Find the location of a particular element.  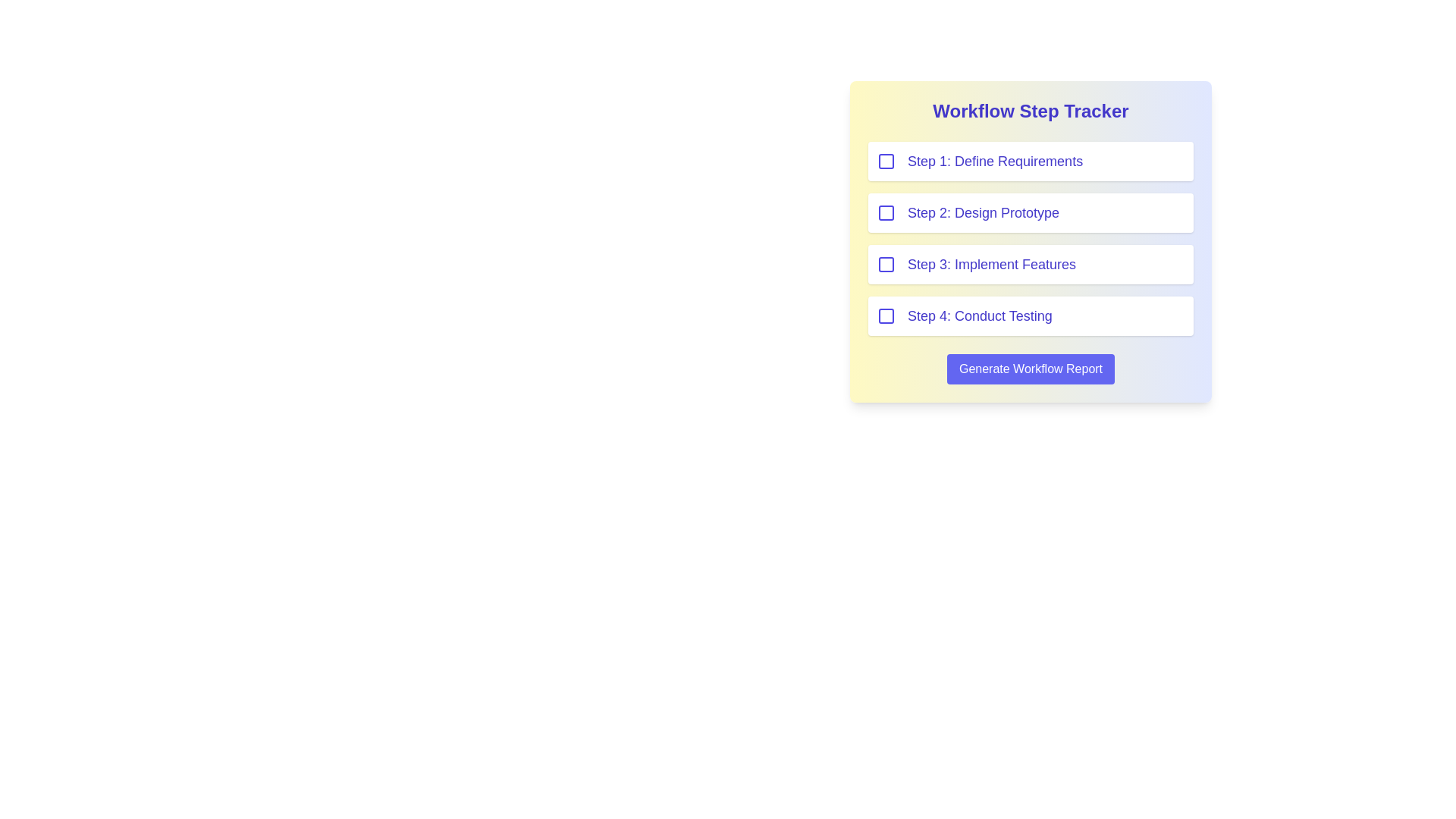

the checkbox of the third item in the 'Workflow Step Tracker' list, labeled 'Step 3: Implement Features', to mark the step as completed is located at coordinates (1031, 263).